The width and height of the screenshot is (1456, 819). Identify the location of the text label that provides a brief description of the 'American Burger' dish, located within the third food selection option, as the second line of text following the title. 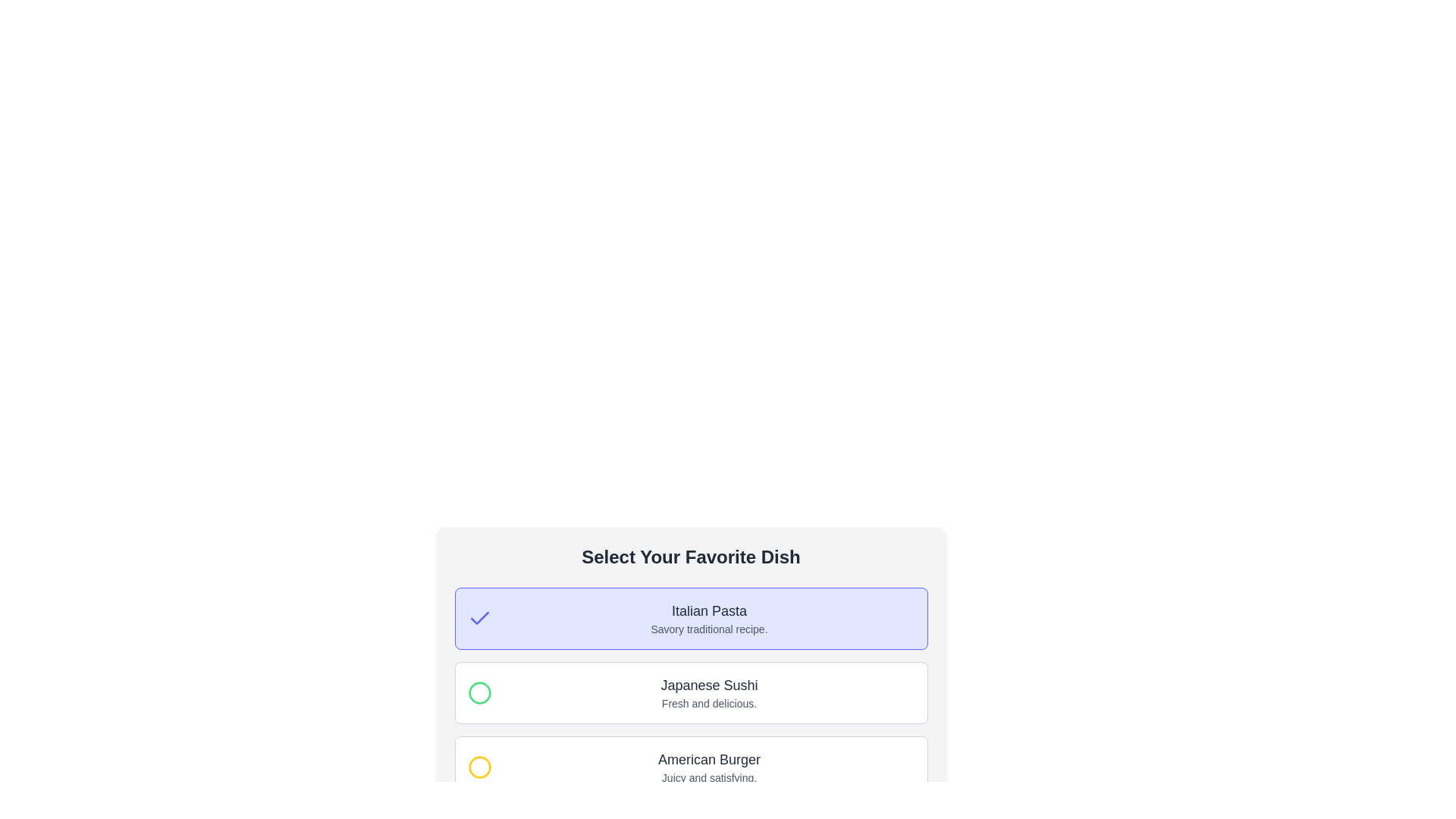
(708, 778).